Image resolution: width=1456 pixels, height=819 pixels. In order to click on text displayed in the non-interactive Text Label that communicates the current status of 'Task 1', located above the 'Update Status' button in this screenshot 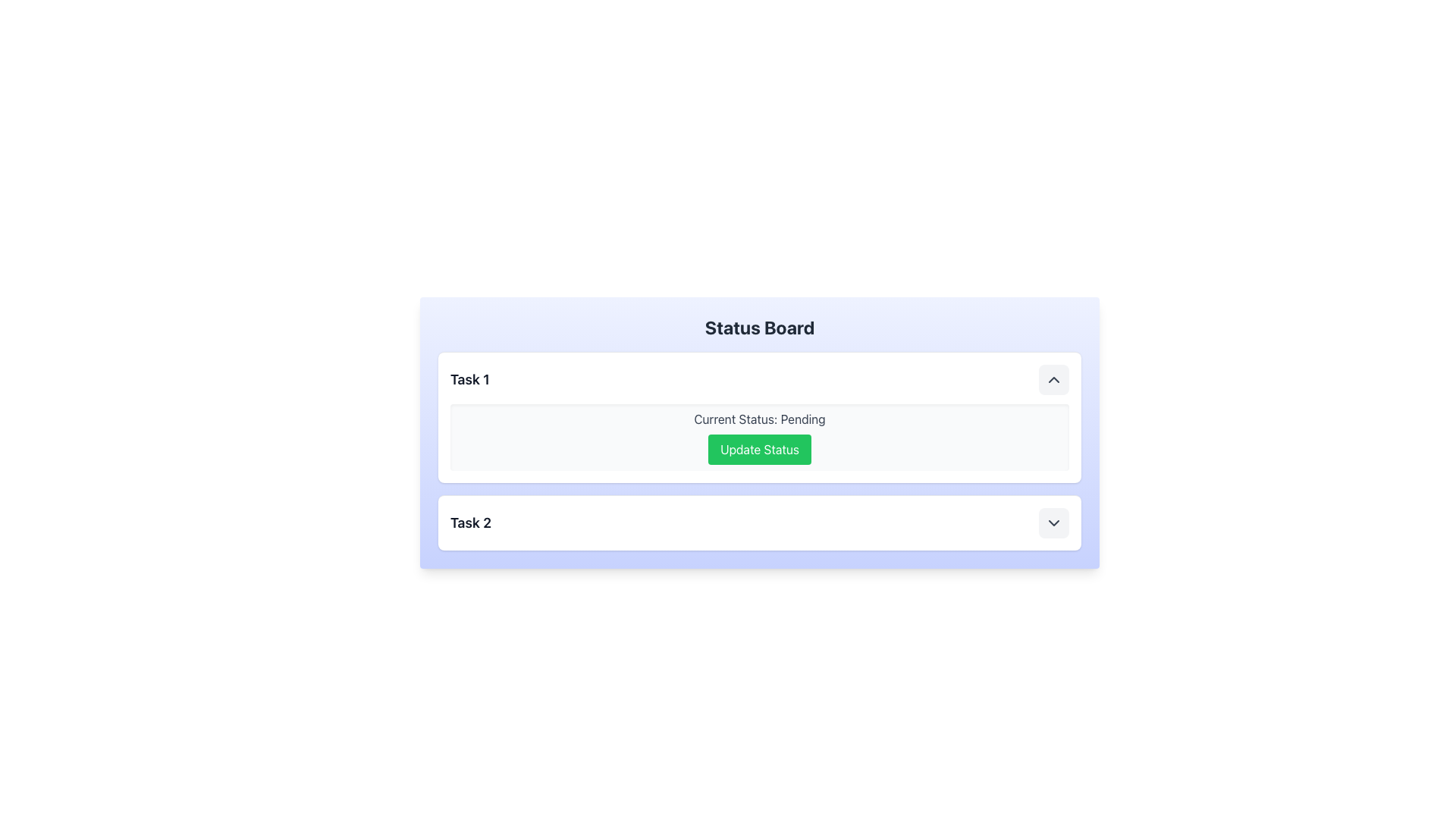, I will do `click(760, 419)`.